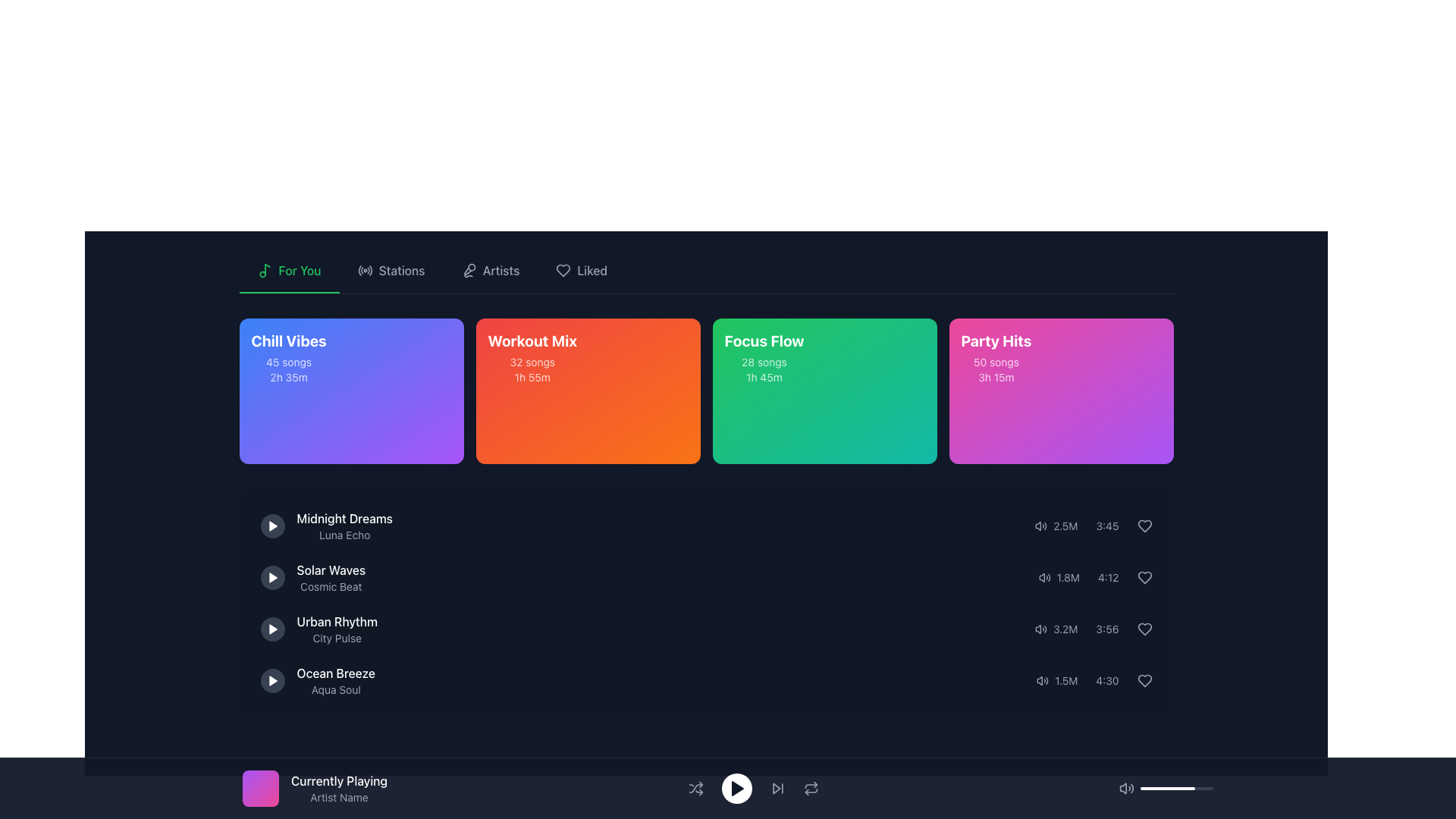  I want to click on keyboard navigation, so click(736, 788).